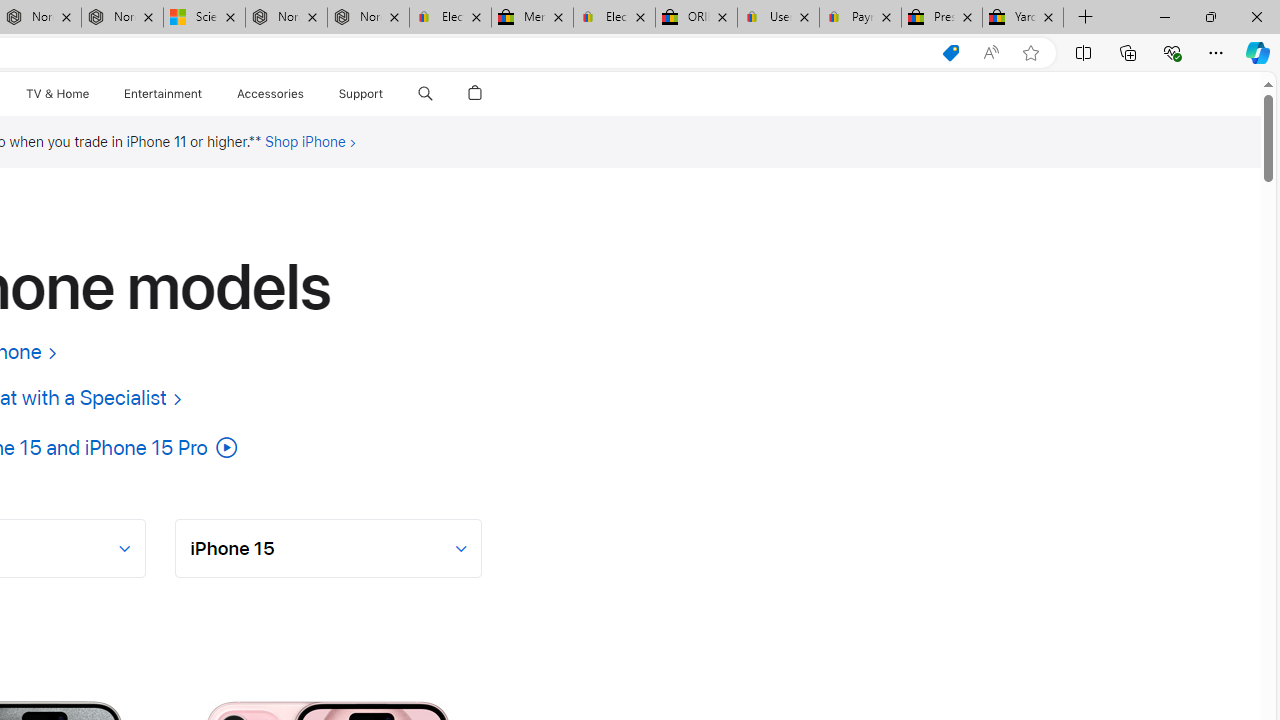 This screenshot has width=1280, height=720. Describe the element at coordinates (56, 93) in the screenshot. I see `'TV & Home'` at that location.